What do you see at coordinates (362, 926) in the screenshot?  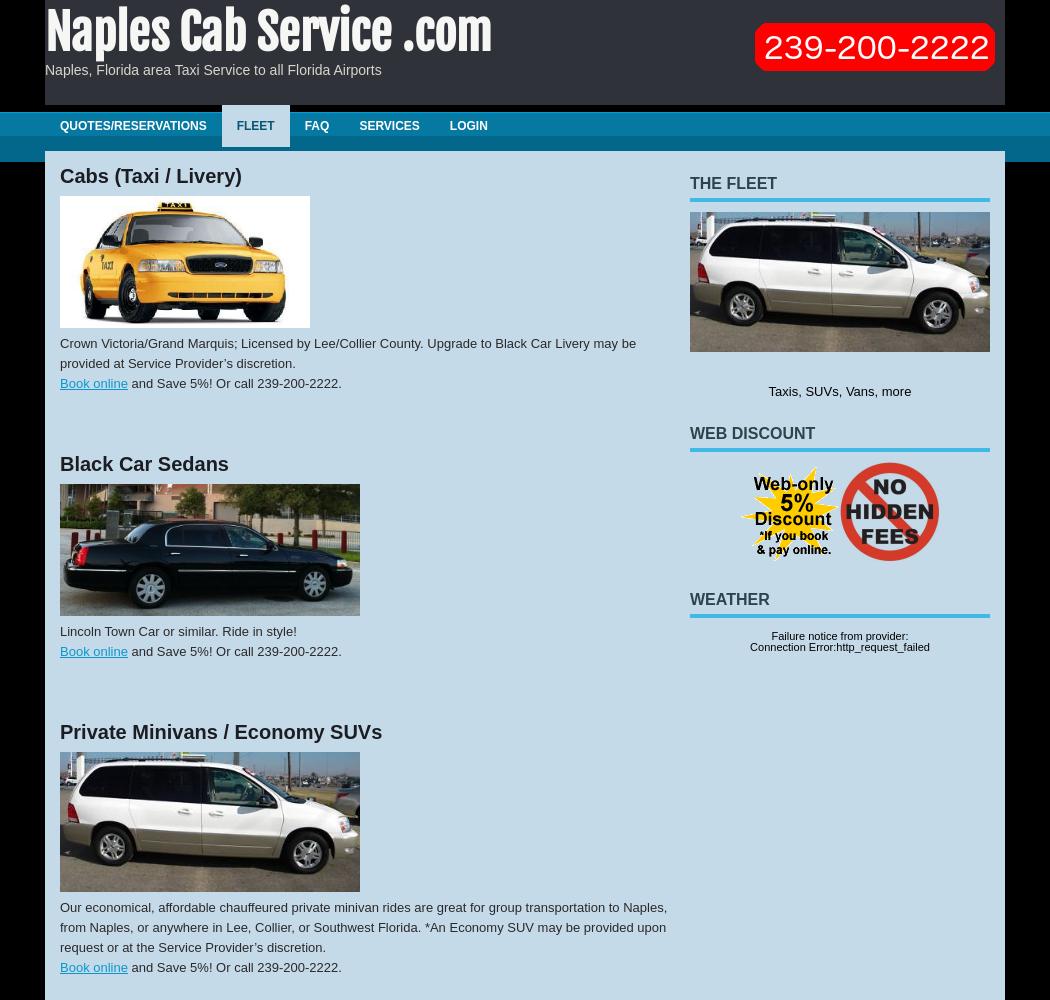 I see `'Our economical, affordable chauffeured private minivan rides are great for group transportation to Naples, from Naples, or anywhere in Lee, Collier, or Southwest Florida. *An Economy SUV may be provided upon request or at the Service Provider’s discretion.'` at bounding box center [362, 926].